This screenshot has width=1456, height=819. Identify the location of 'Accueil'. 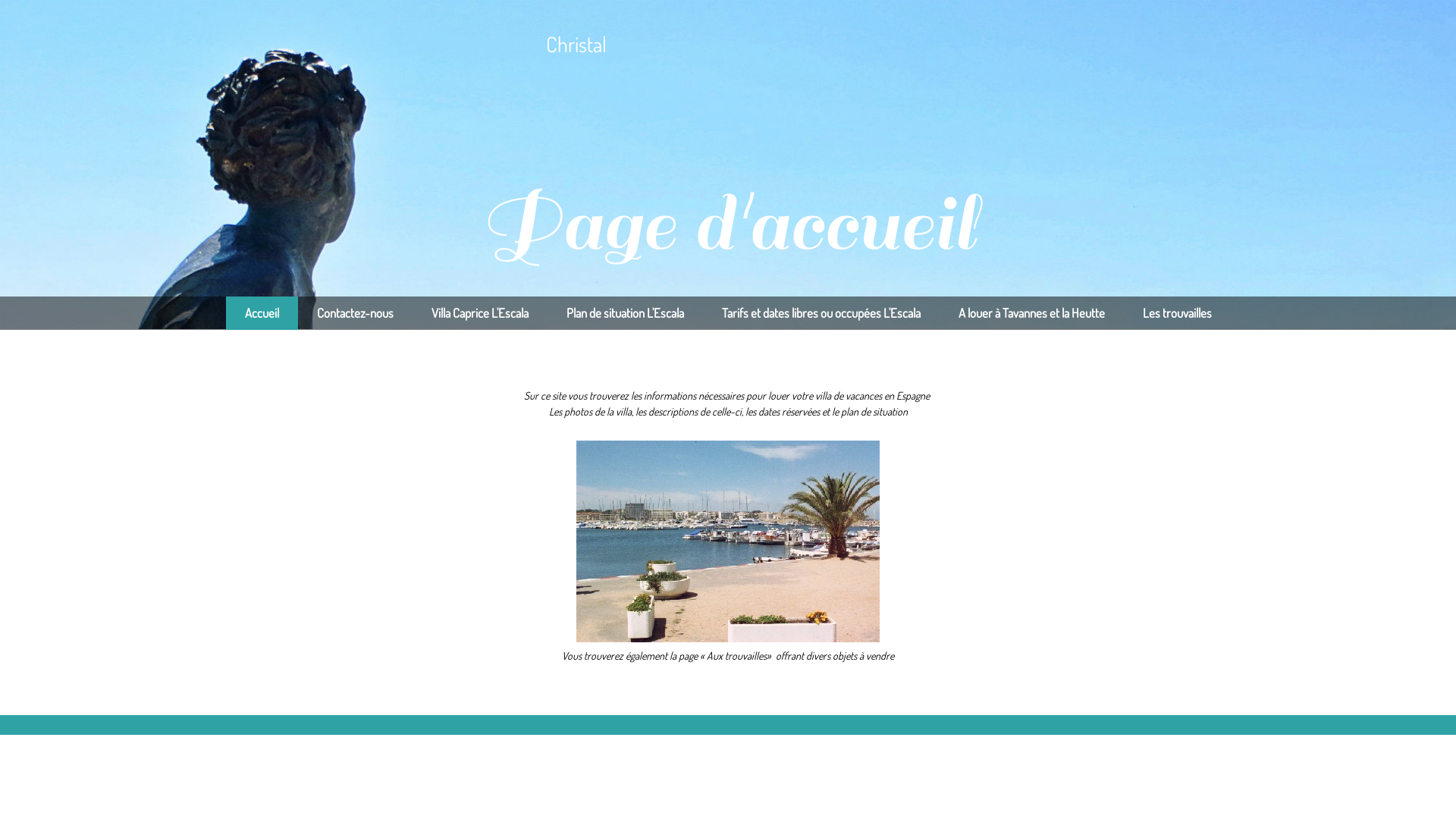
(224, 312).